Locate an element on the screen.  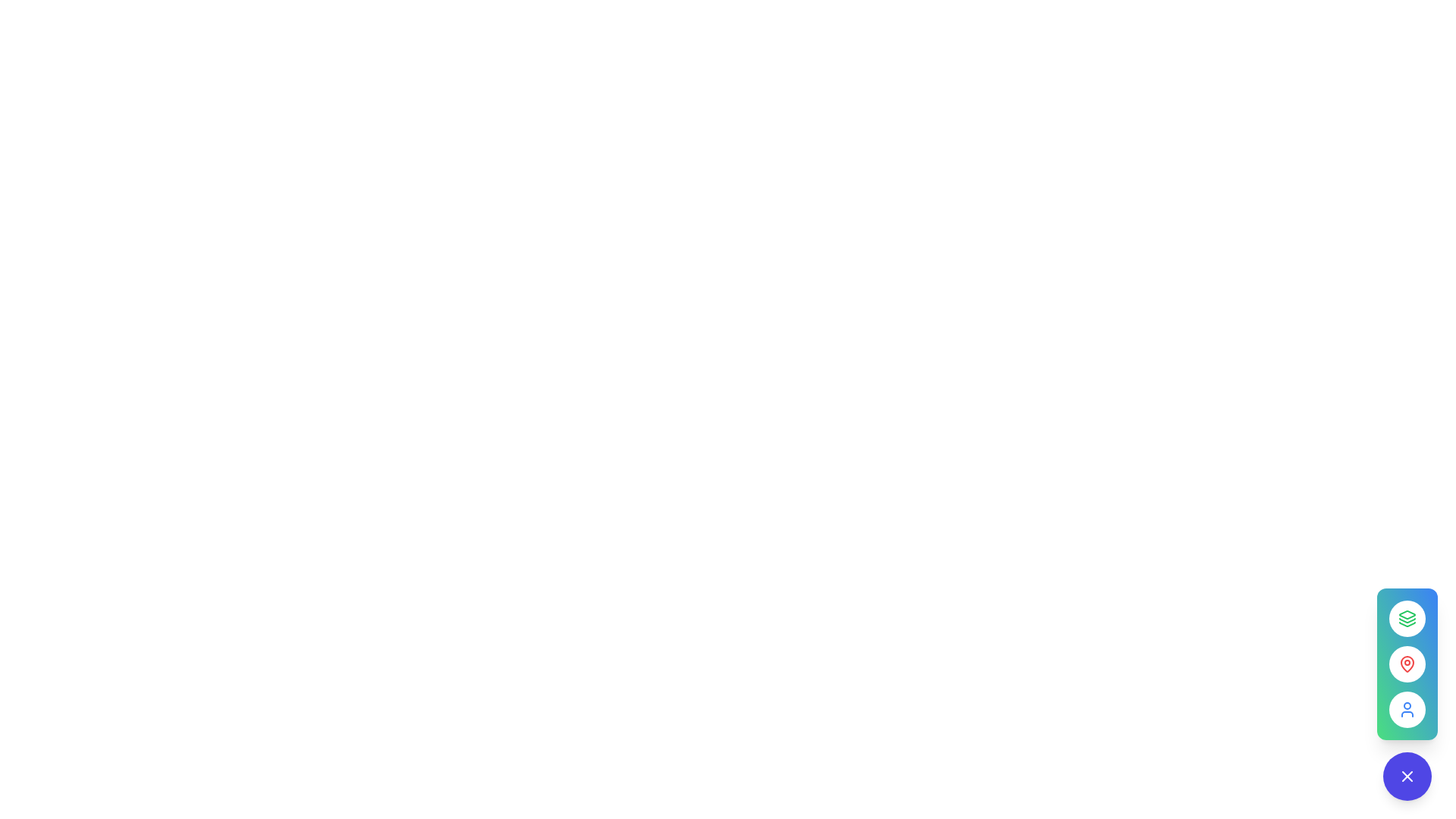
the circular button with a blue person icon in the vertical menu bar is located at coordinates (1407, 694).